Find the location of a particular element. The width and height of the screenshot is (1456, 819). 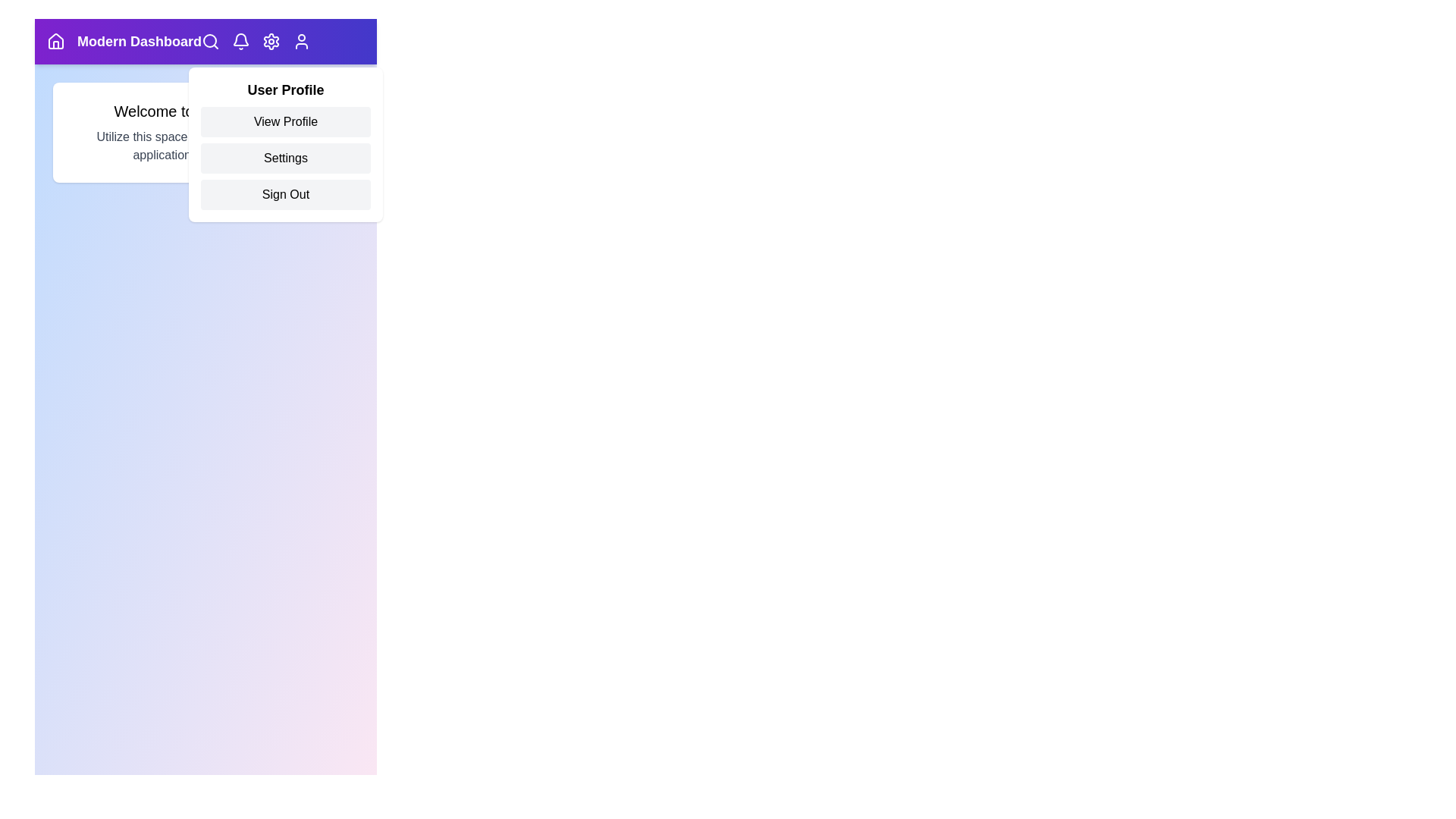

the settings icon in the app bar to access the application settings is located at coordinates (271, 40).